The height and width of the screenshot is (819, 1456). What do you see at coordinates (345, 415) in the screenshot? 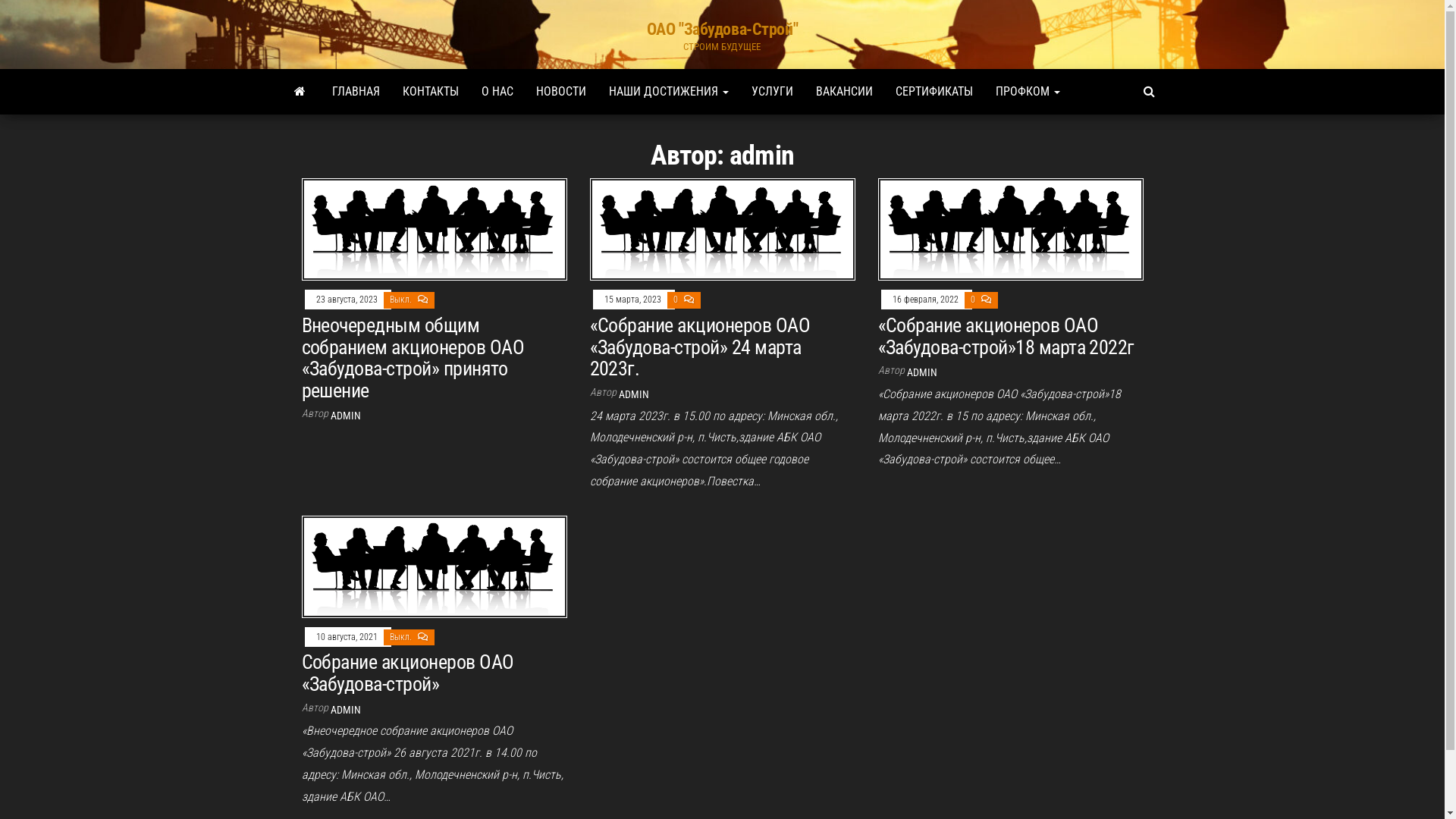
I see `'ADMIN'` at bounding box center [345, 415].